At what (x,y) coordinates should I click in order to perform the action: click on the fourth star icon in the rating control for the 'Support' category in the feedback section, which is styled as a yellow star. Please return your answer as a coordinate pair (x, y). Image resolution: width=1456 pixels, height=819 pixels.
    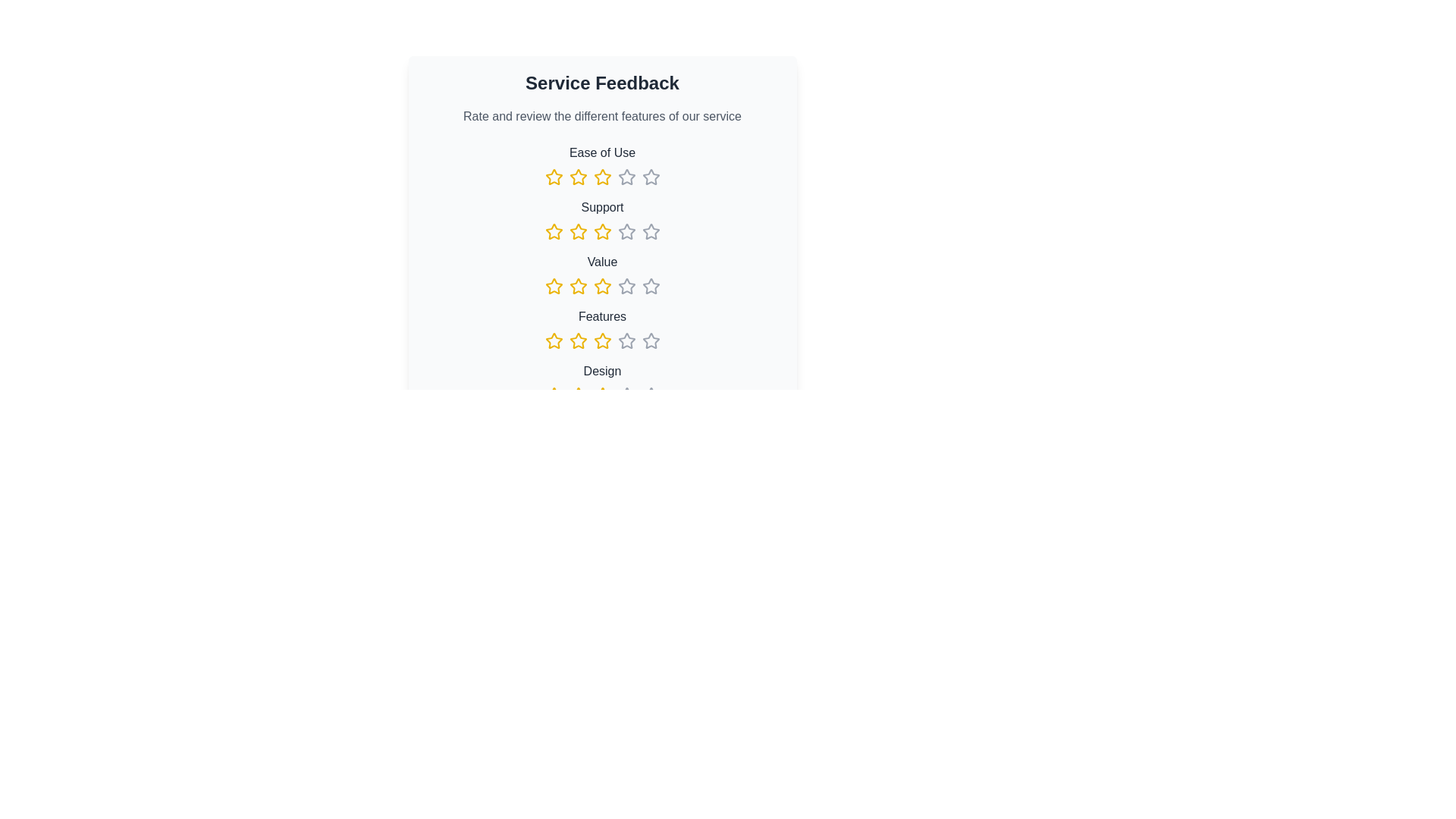
    Looking at the image, I should click on (601, 231).